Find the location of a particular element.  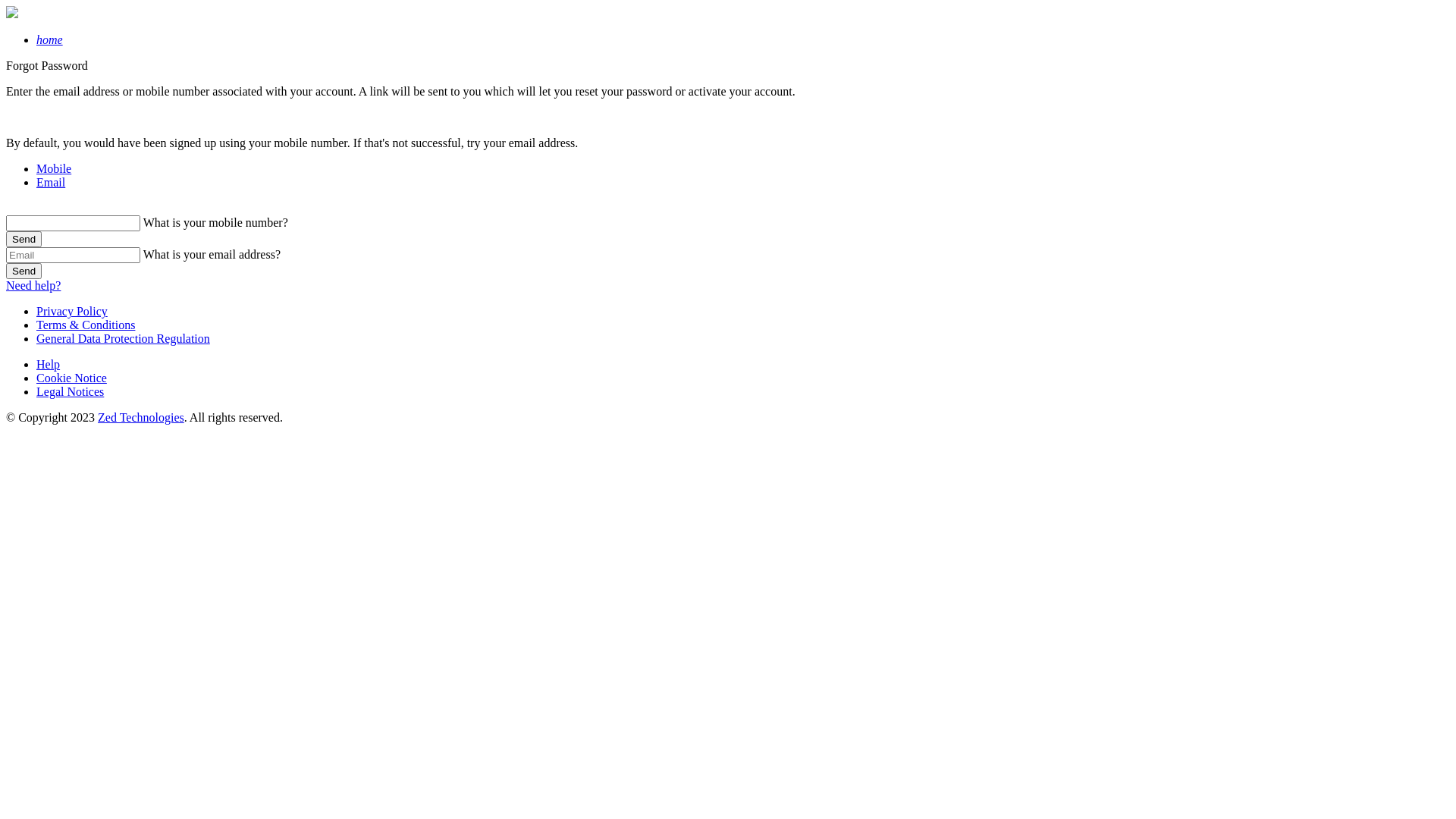

'Zed Technologies' is located at coordinates (141, 417).